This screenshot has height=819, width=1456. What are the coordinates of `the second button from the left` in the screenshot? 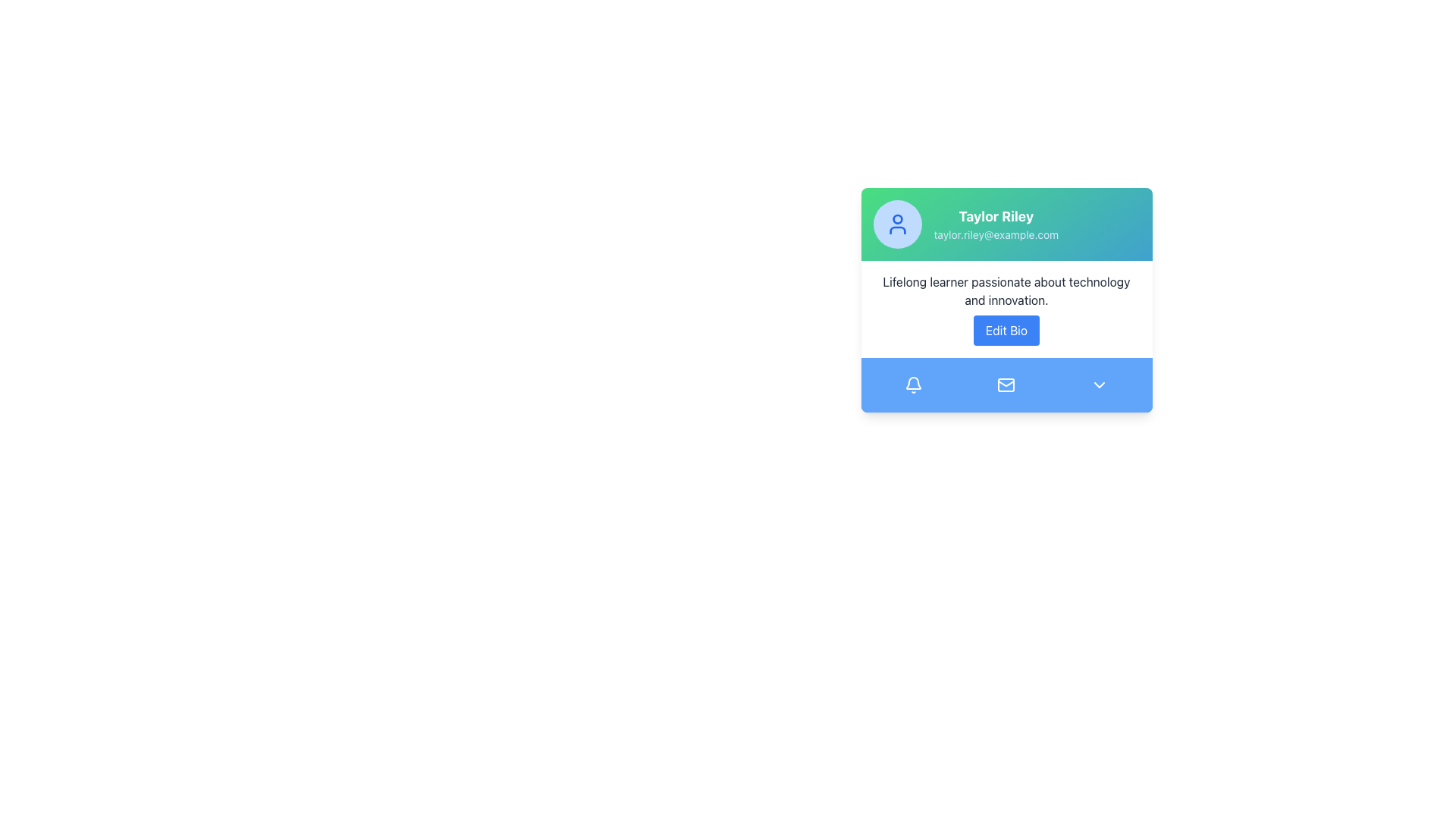 It's located at (1006, 384).